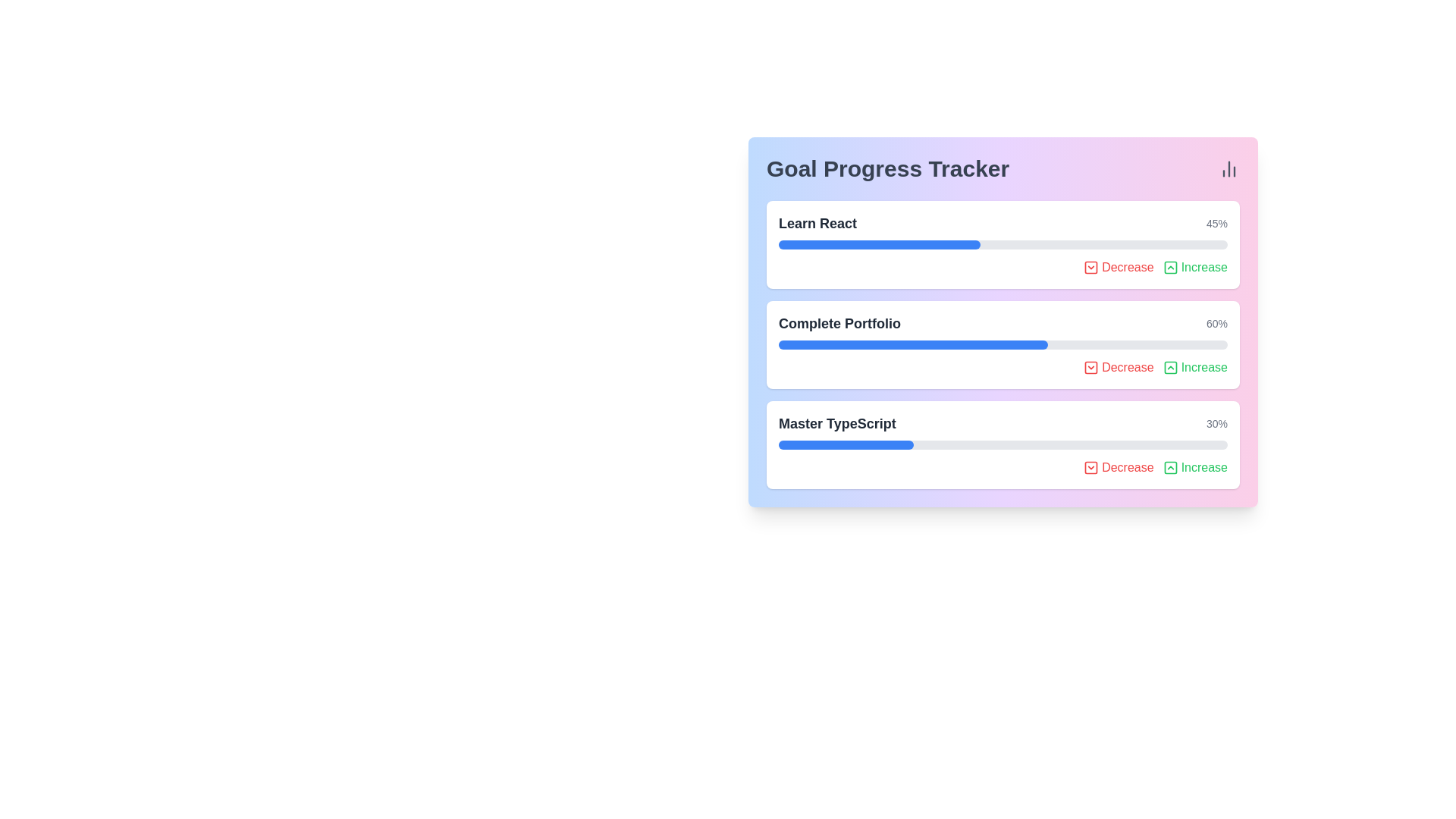 The height and width of the screenshot is (819, 1456). I want to click on the 'Increase' button containing the upward-pointing chevron icon for keyboard interaction, so click(1169, 368).